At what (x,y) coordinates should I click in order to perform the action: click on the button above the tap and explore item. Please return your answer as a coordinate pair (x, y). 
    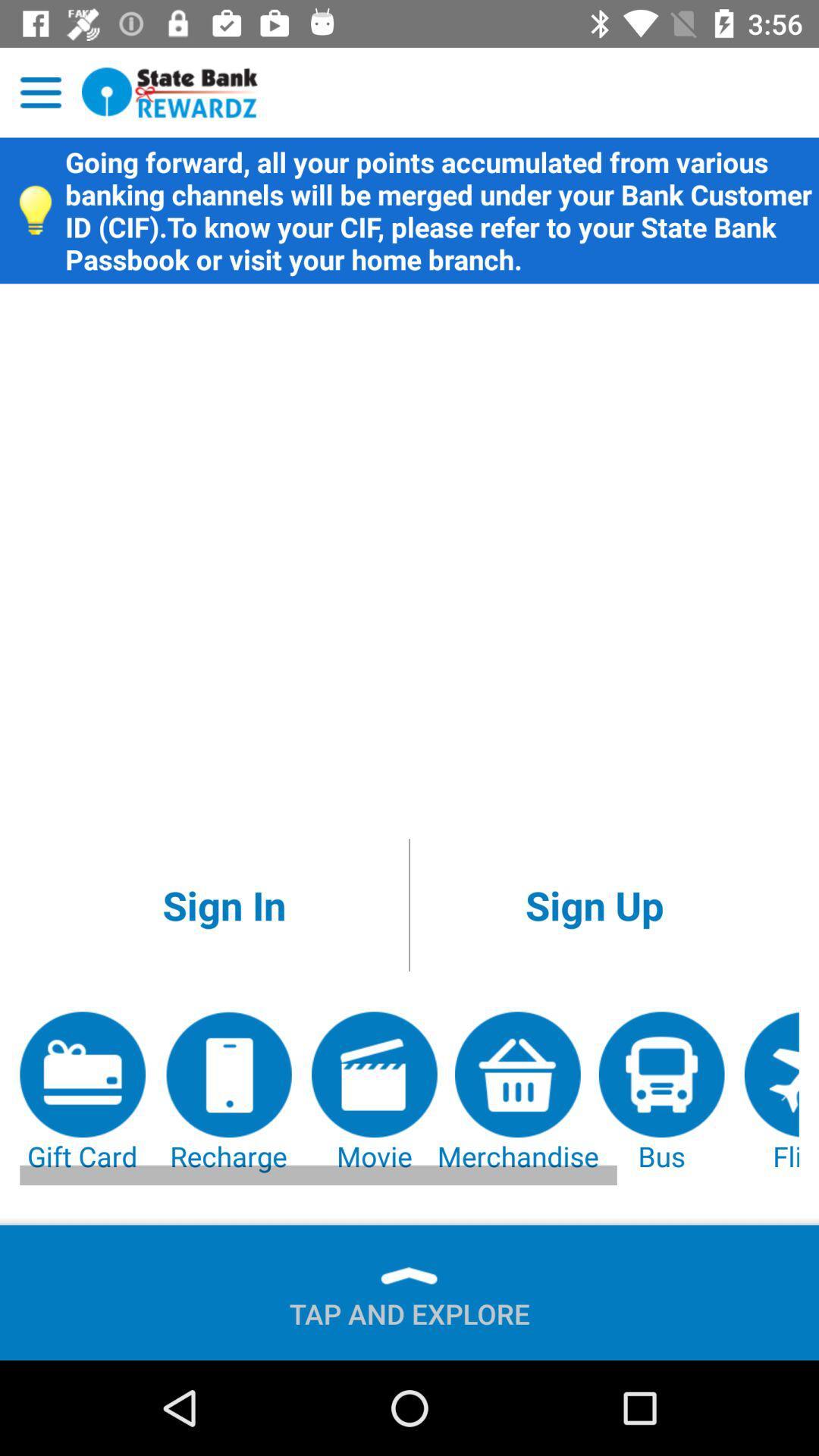
    Looking at the image, I should click on (661, 1093).